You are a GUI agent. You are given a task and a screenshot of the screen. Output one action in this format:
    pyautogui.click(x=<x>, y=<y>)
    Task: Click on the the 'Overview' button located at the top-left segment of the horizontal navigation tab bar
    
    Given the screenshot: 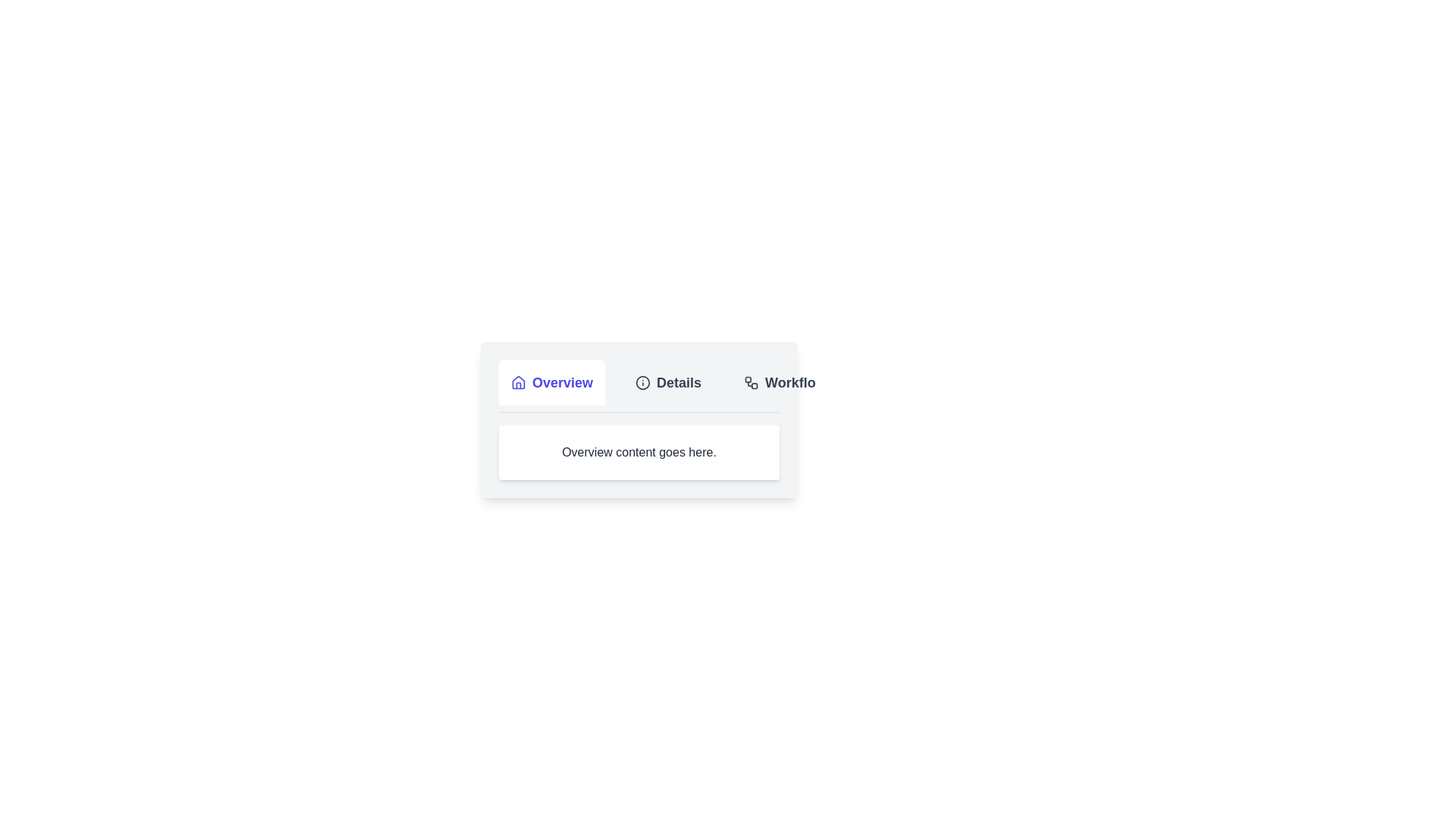 What is the action you would take?
    pyautogui.click(x=551, y=382)
    